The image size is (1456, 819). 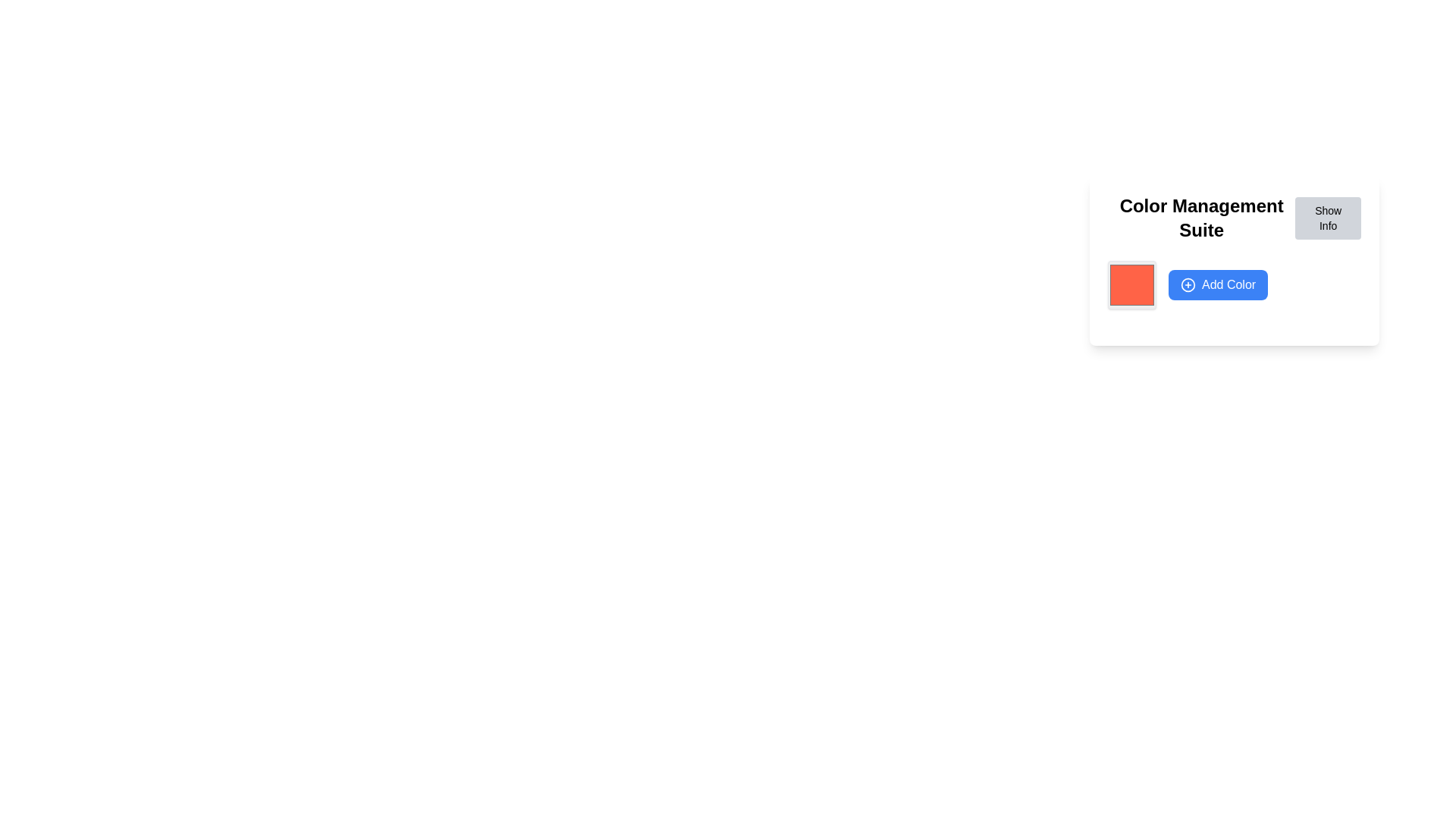 What do you see at coordinates (1327, 218) in the screenshot?
I see `the button located on the top-right side of the 'Color Management Suite' header bar` at bounding box center [1327, 218].